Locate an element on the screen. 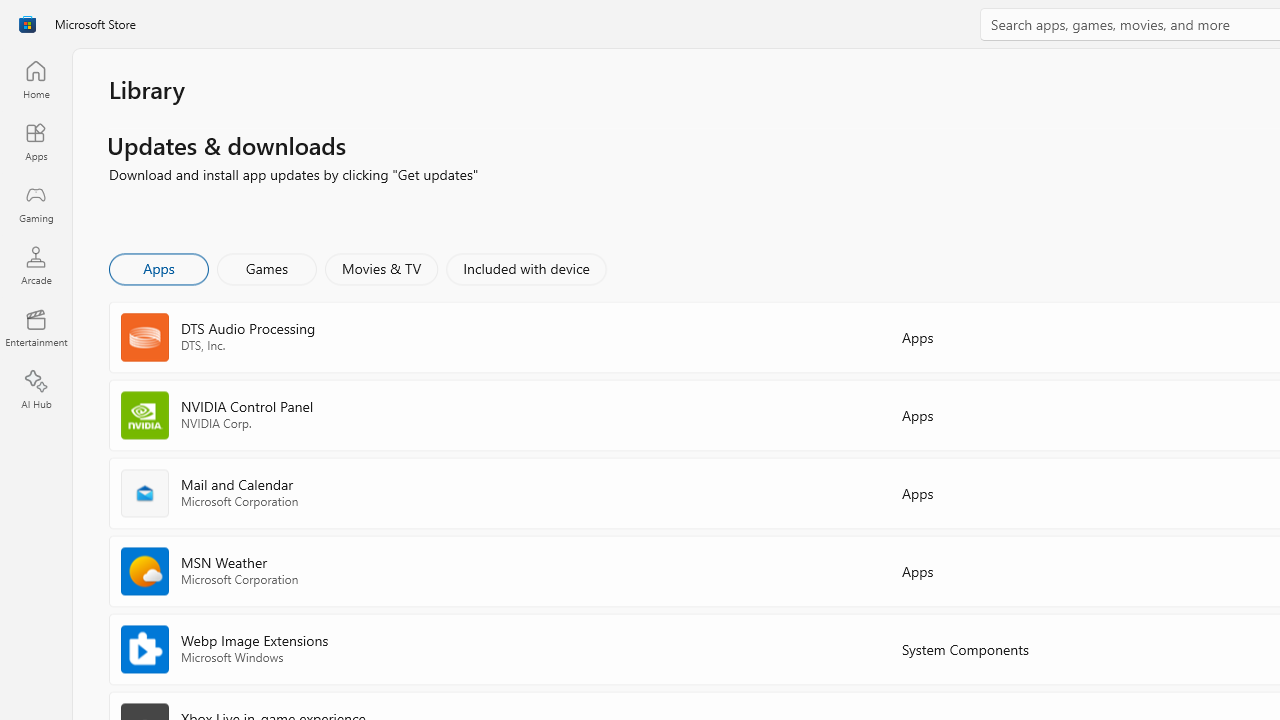 Image resolution: width=1280 pixels, height=720 pixels. 'Entertainment' is located at coordinates (35, 326).